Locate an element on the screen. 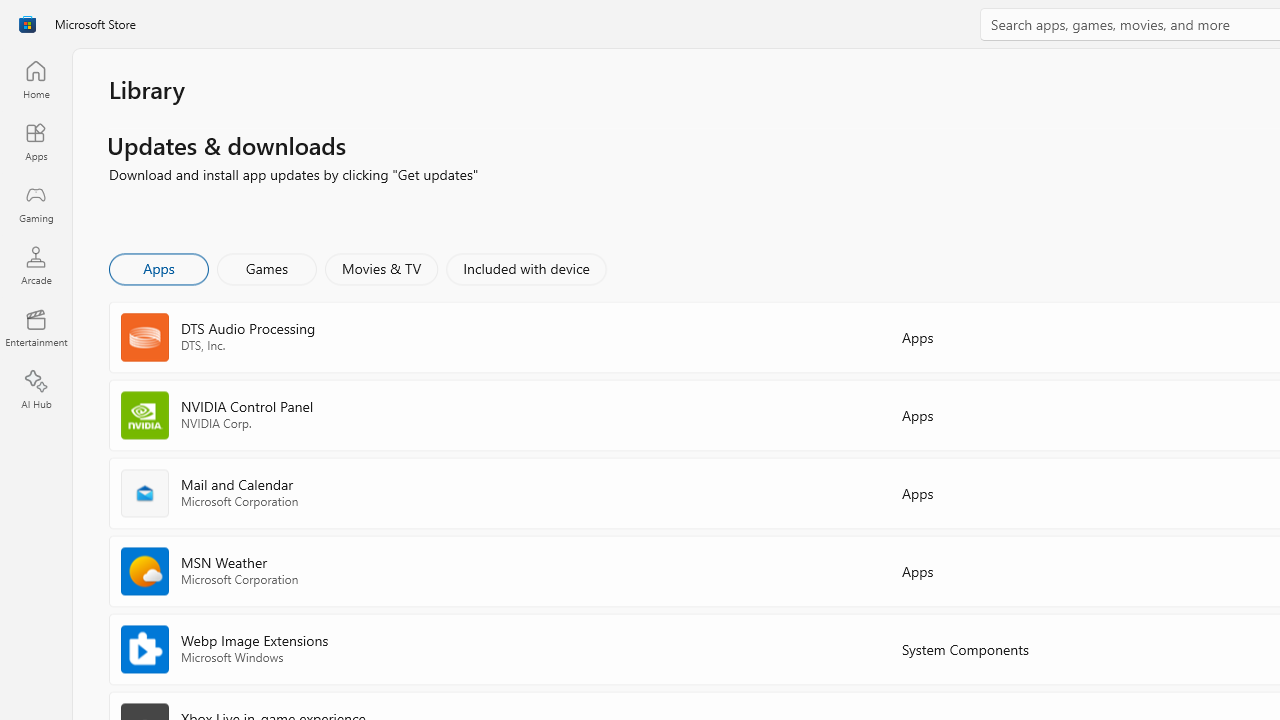 Image resolution: width=1280 pixels, height=720 pixels. 'Entertainment' is located at coordinates (35, 326).